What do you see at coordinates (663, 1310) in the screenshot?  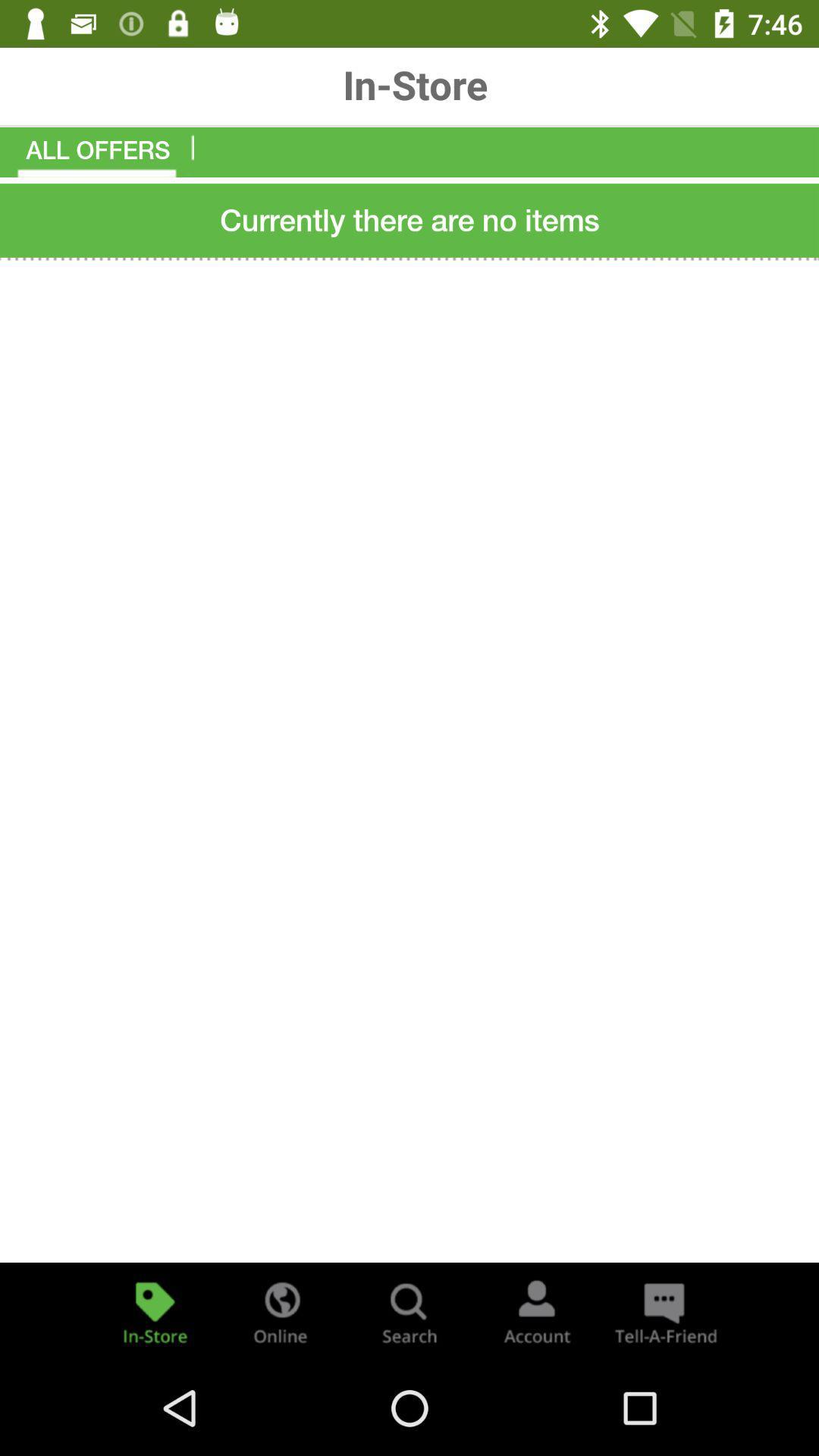 I see `share` at bounding box center [663, 1310].